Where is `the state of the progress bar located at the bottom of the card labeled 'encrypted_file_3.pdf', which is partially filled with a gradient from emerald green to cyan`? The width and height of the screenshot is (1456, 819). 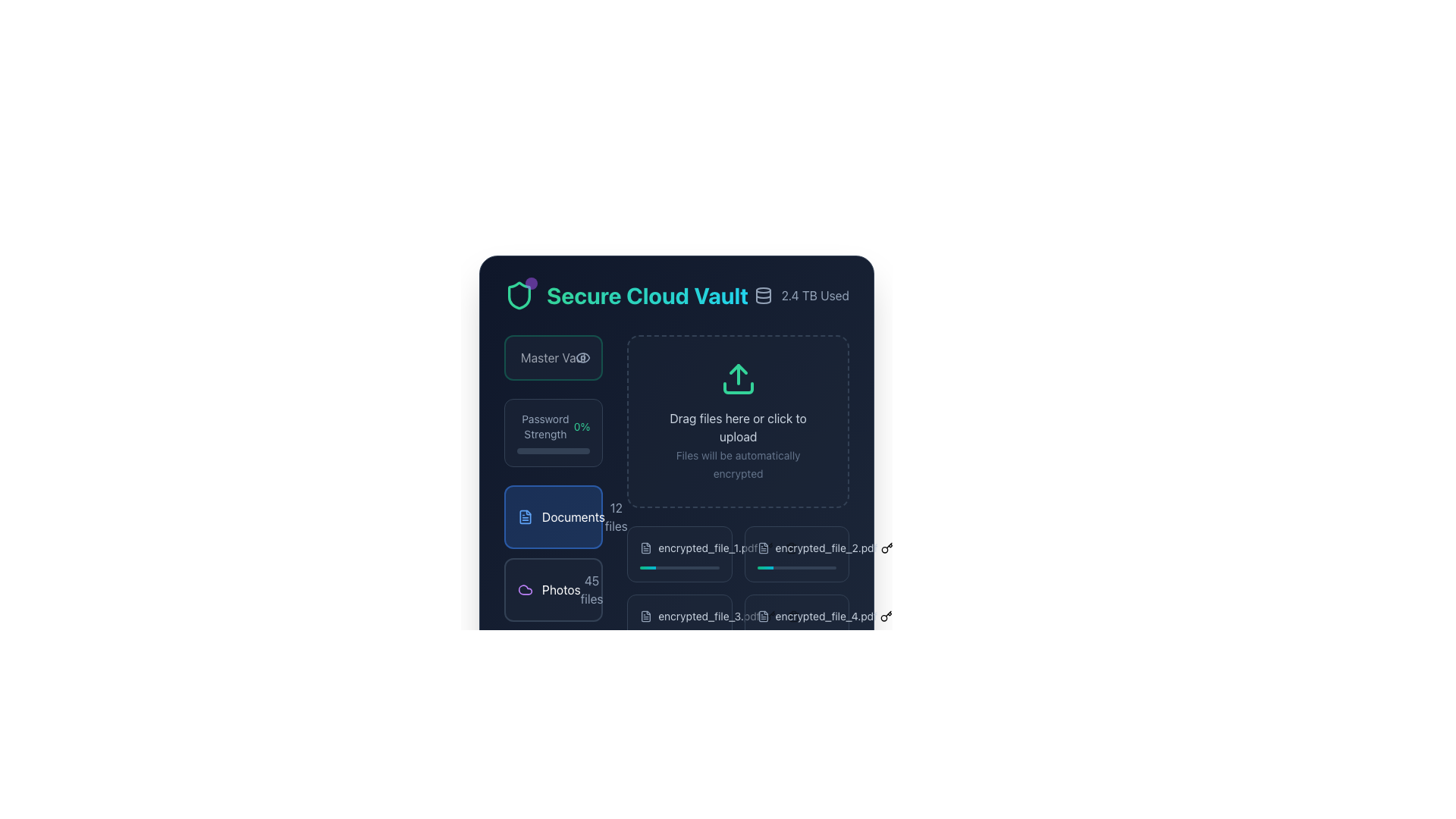
the state of the progress bar located at the bottom of the card labeled 'encrypted_file_3.pdf', which is partially filled with a gradient from emerald green to cyan is located at coordinates (679, 636).